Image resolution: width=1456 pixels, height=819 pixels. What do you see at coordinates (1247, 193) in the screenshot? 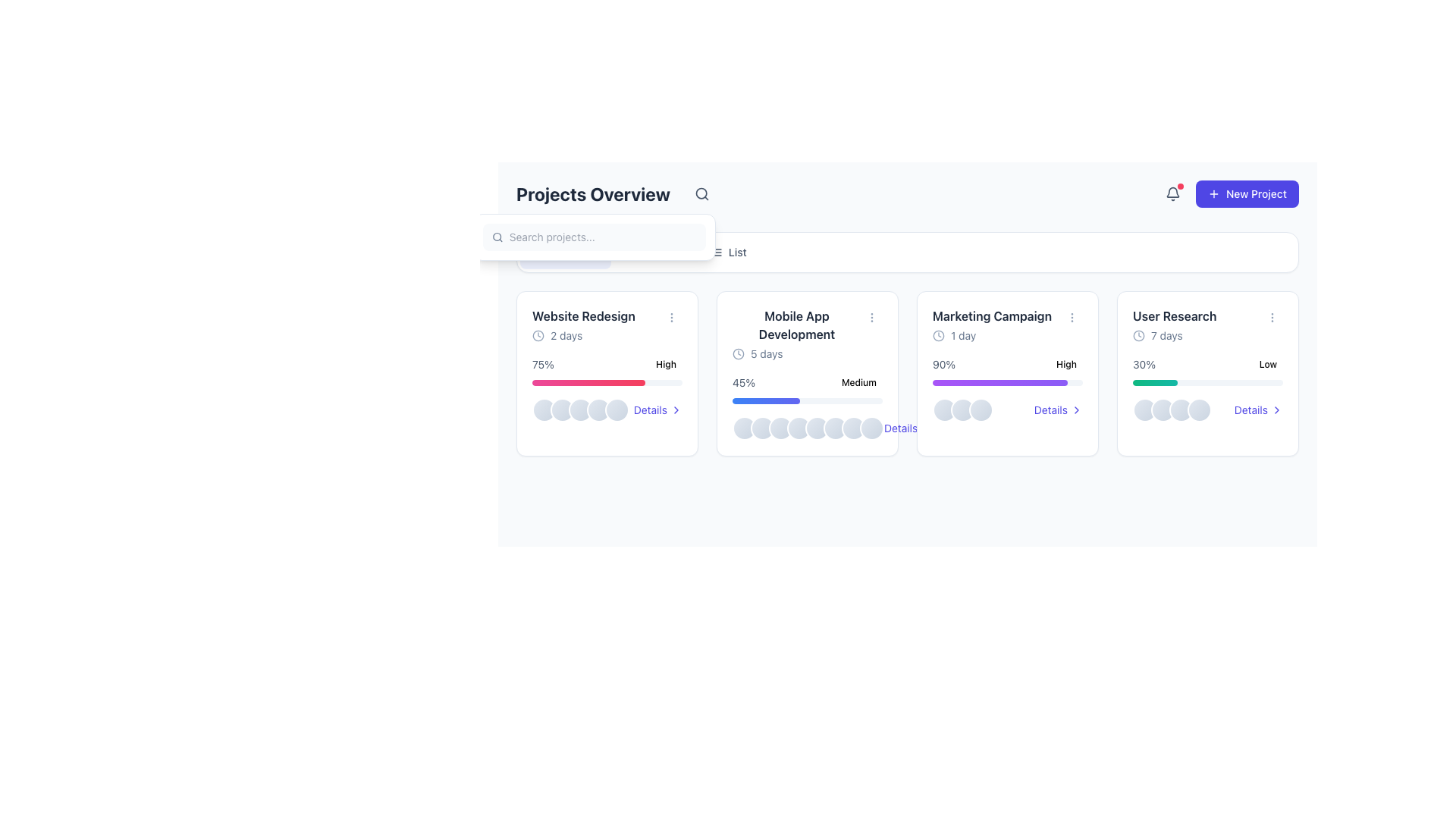
I see `the primary action button located at the top-right of the interface` at bounding box center [1247, 193].